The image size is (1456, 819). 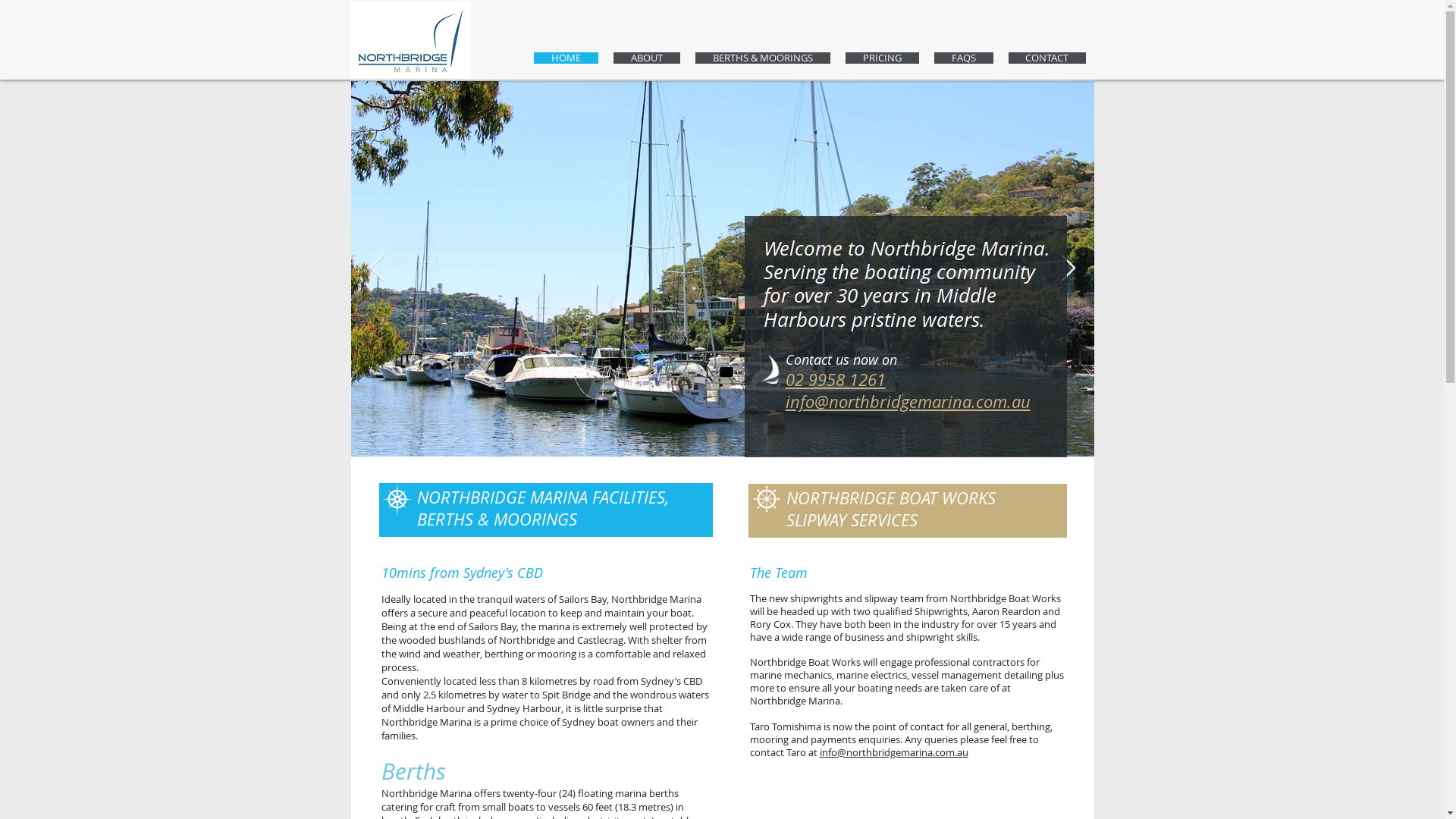 What do you see at coordinates (818, 752) in the screenshot?
I see `'info@northbridgemarina.com.au'` at bounding box center [818, 752].